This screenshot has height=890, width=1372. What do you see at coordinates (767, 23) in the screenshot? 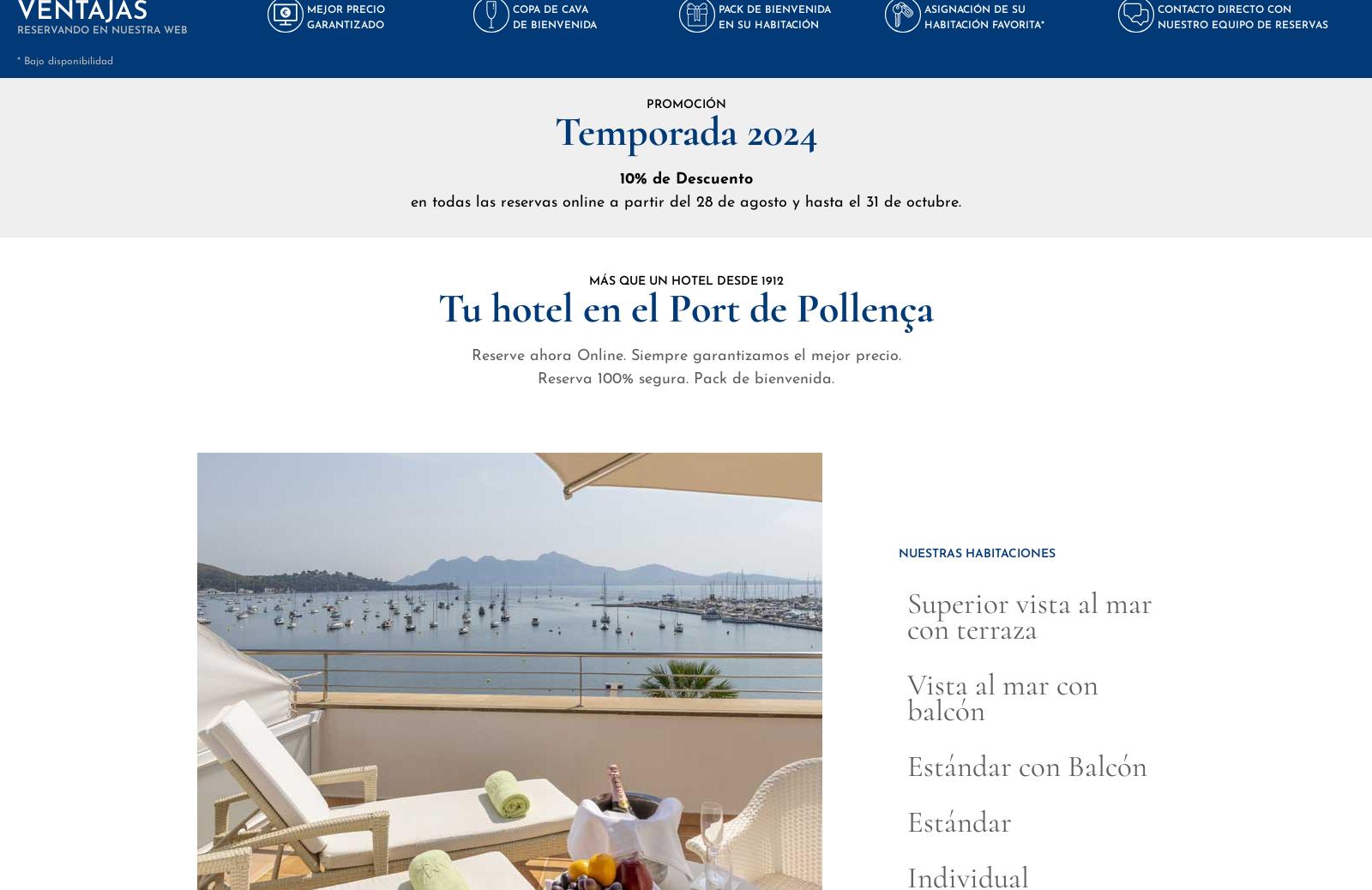
I see `'EN SU HABITACIÓN'` at bounding box center [767, 23].